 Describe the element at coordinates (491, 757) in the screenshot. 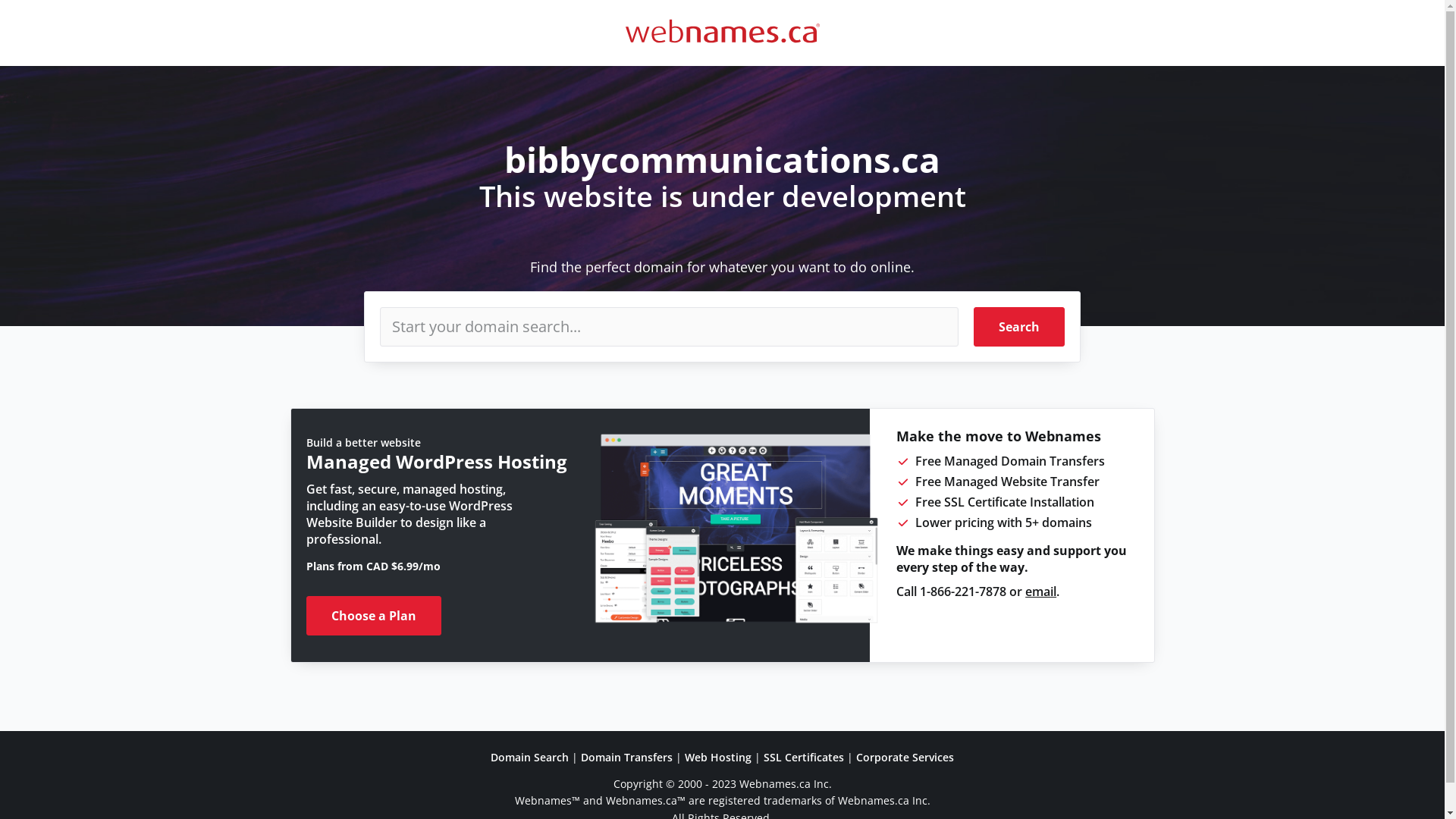

I see `'Domain Search'` at that location.